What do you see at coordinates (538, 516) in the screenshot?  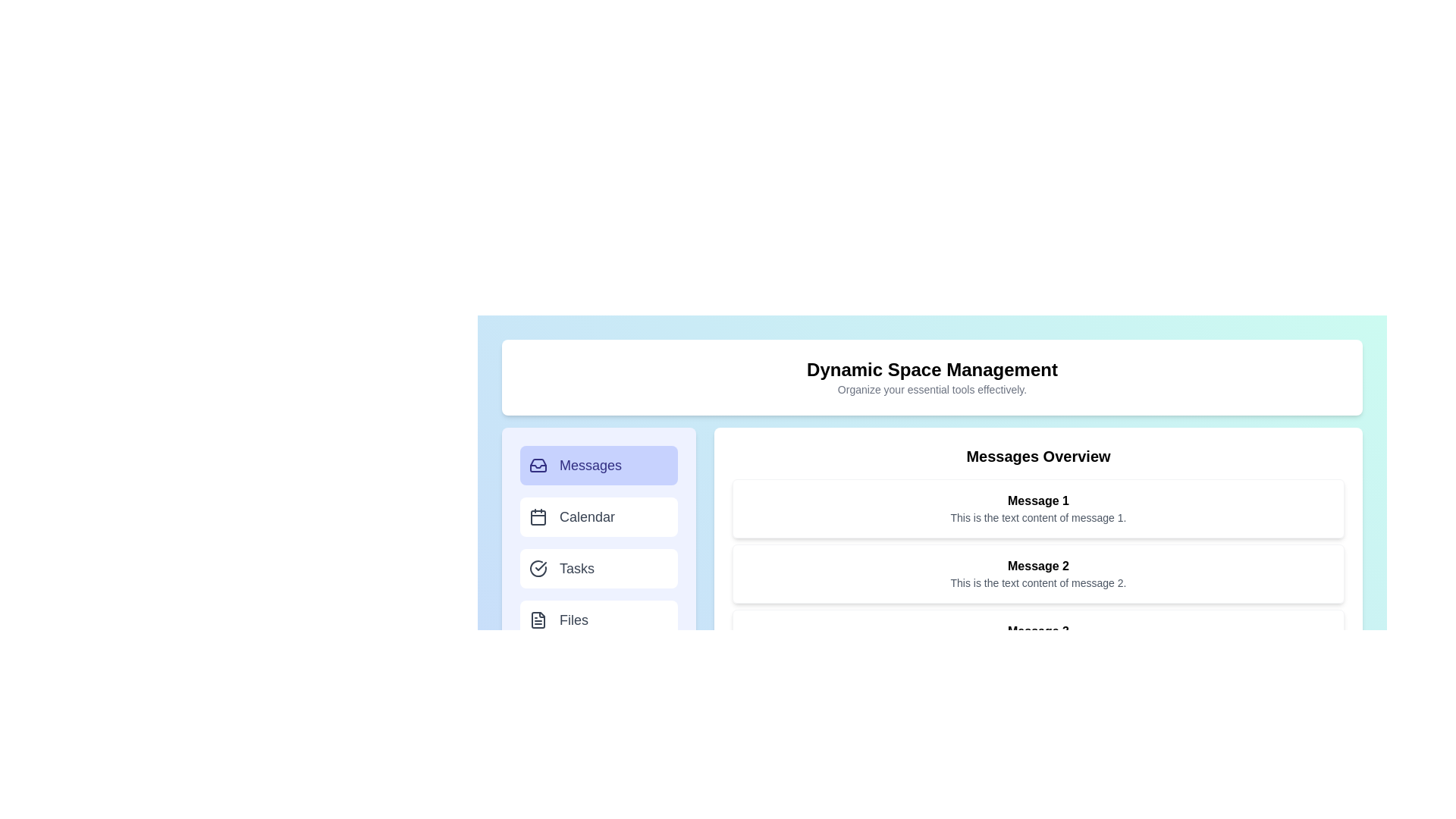 I see `the calendar-shaped icon located in the sidebar, which is directly below the 'Messages' section and above the 'Tasks' section` at bounding box center [538, 516].